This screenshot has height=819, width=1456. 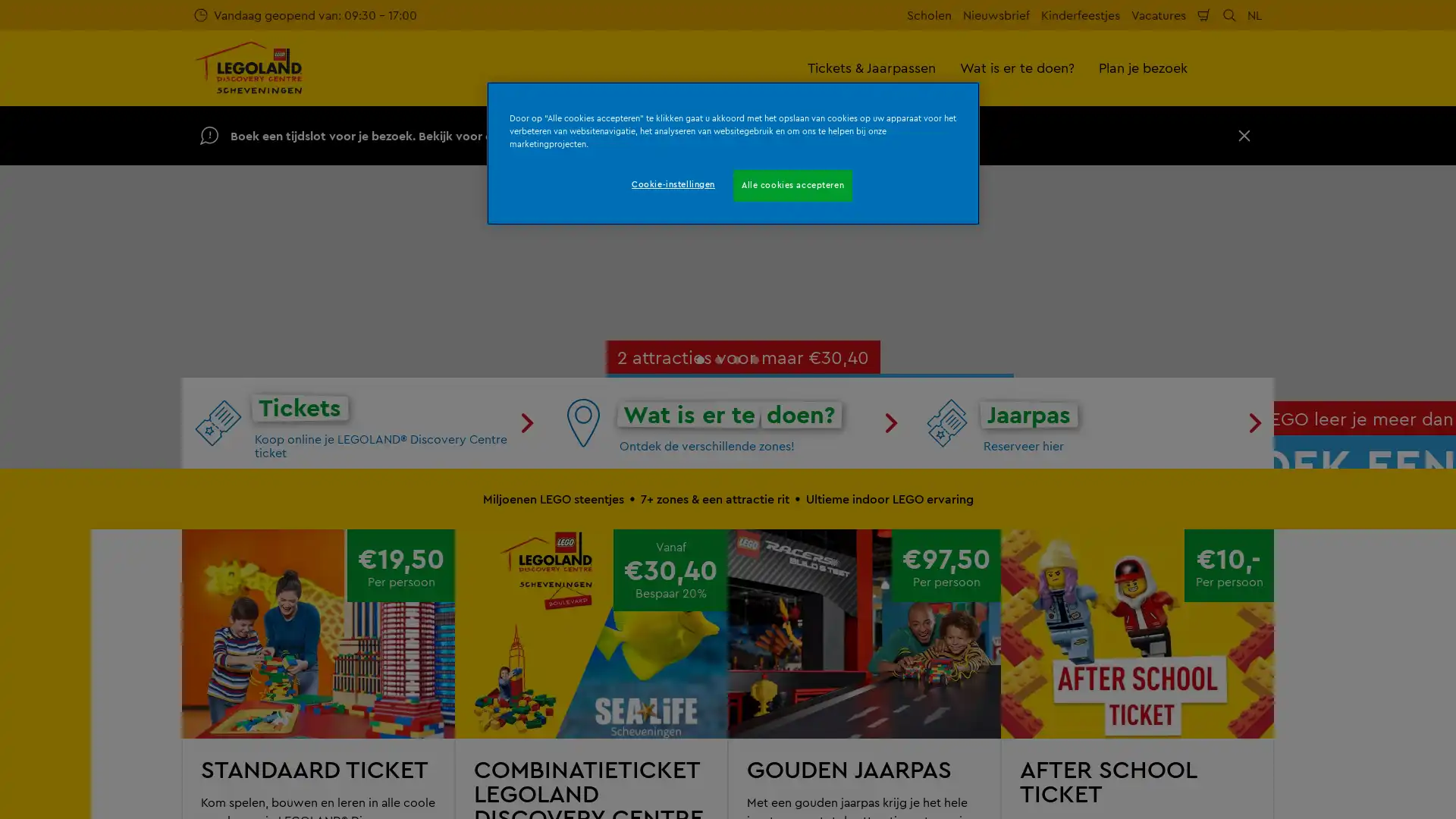 I want to click on Plan je bezoek, so click(x=1143, y=67).